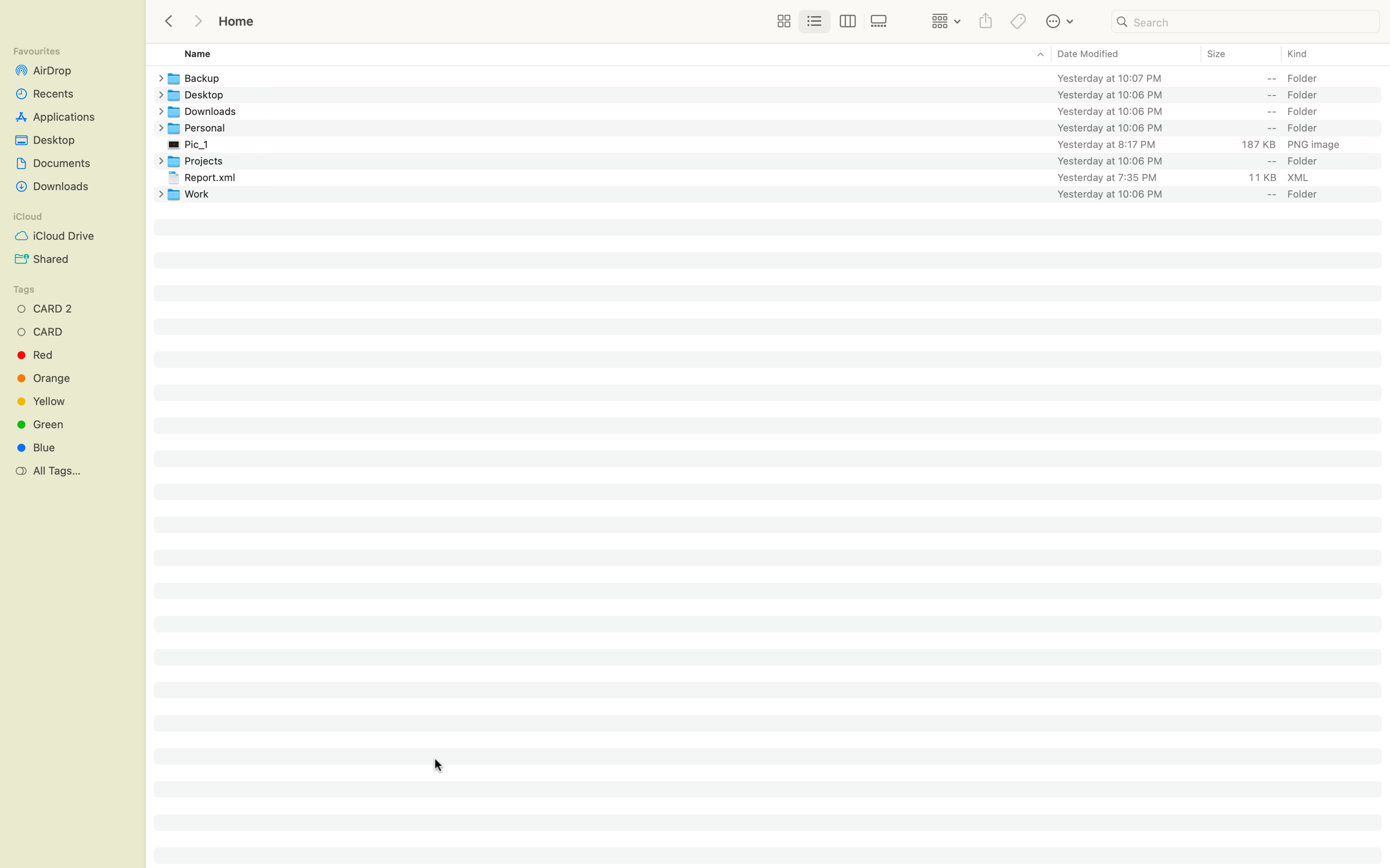 Image resolution: width=1390 pixels, height=868 pixels. Describe the element at coordinates (777, 94) in the screenshot. I see `Rename the Desktop folder to "My Desktop` at that location.